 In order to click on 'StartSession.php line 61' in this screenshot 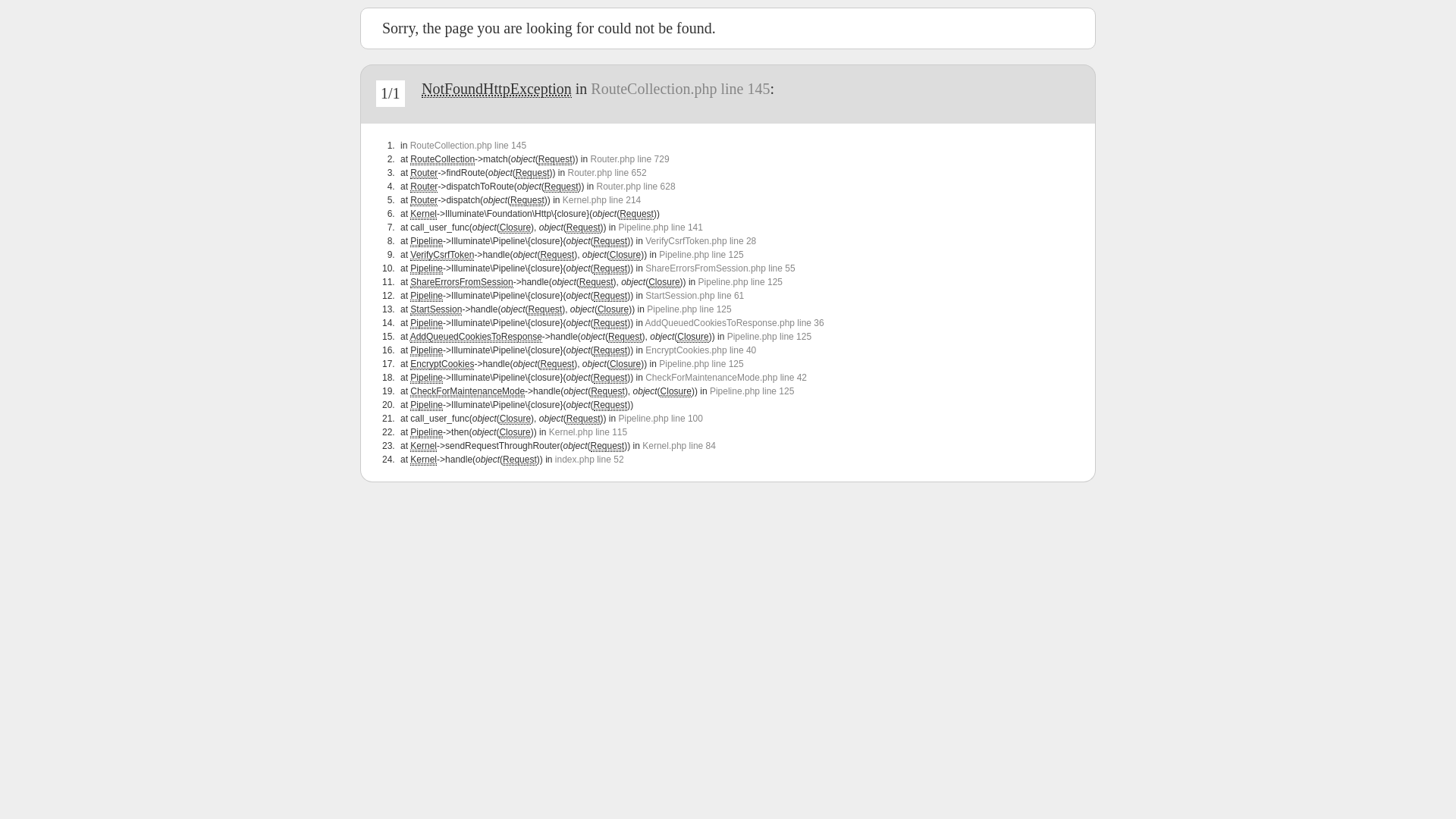, I will do `click(694, 295)`.